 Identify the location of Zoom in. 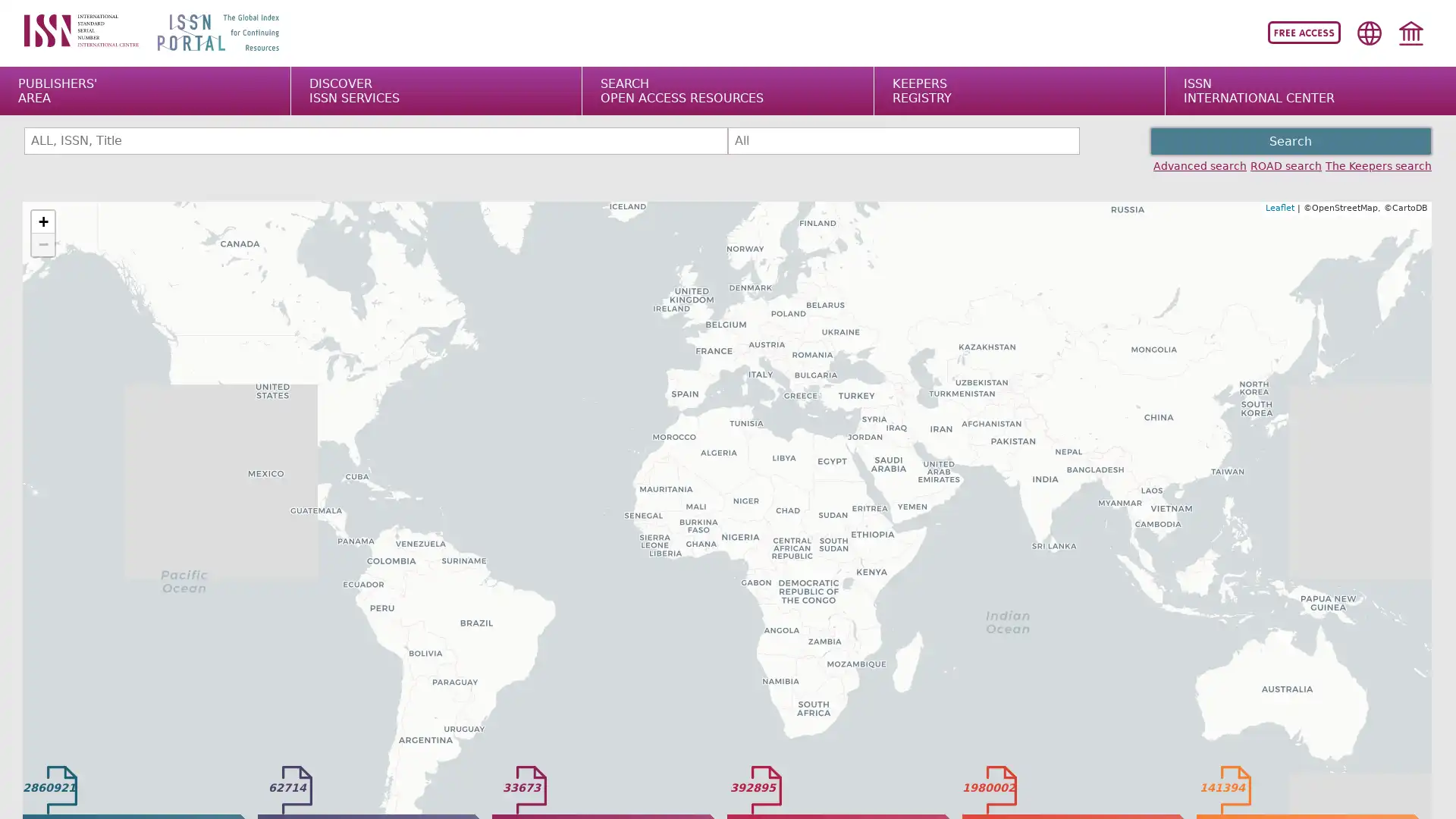
(43, 222).